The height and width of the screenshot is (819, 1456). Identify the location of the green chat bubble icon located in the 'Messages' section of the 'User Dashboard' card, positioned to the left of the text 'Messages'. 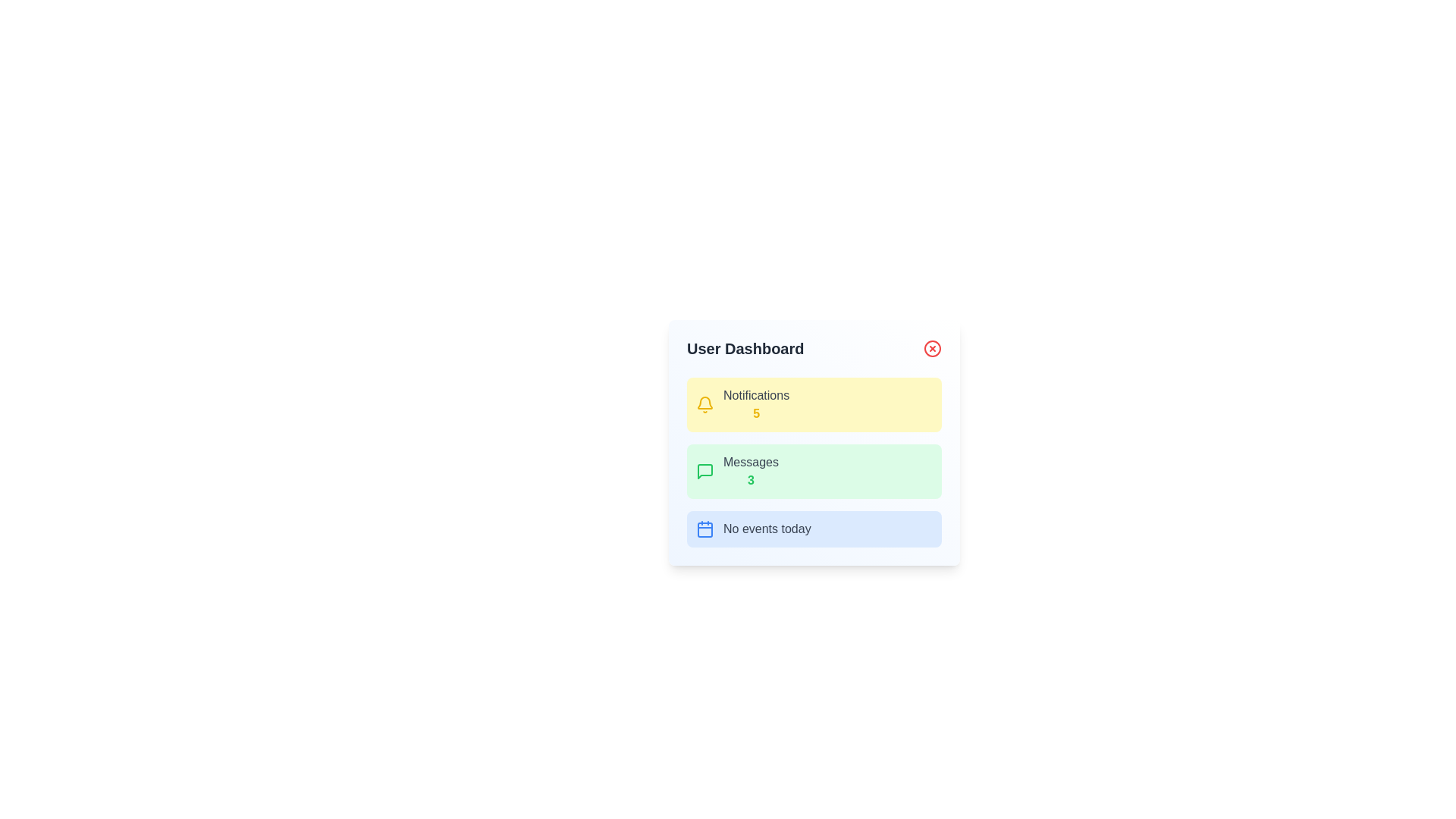
(704, 470).